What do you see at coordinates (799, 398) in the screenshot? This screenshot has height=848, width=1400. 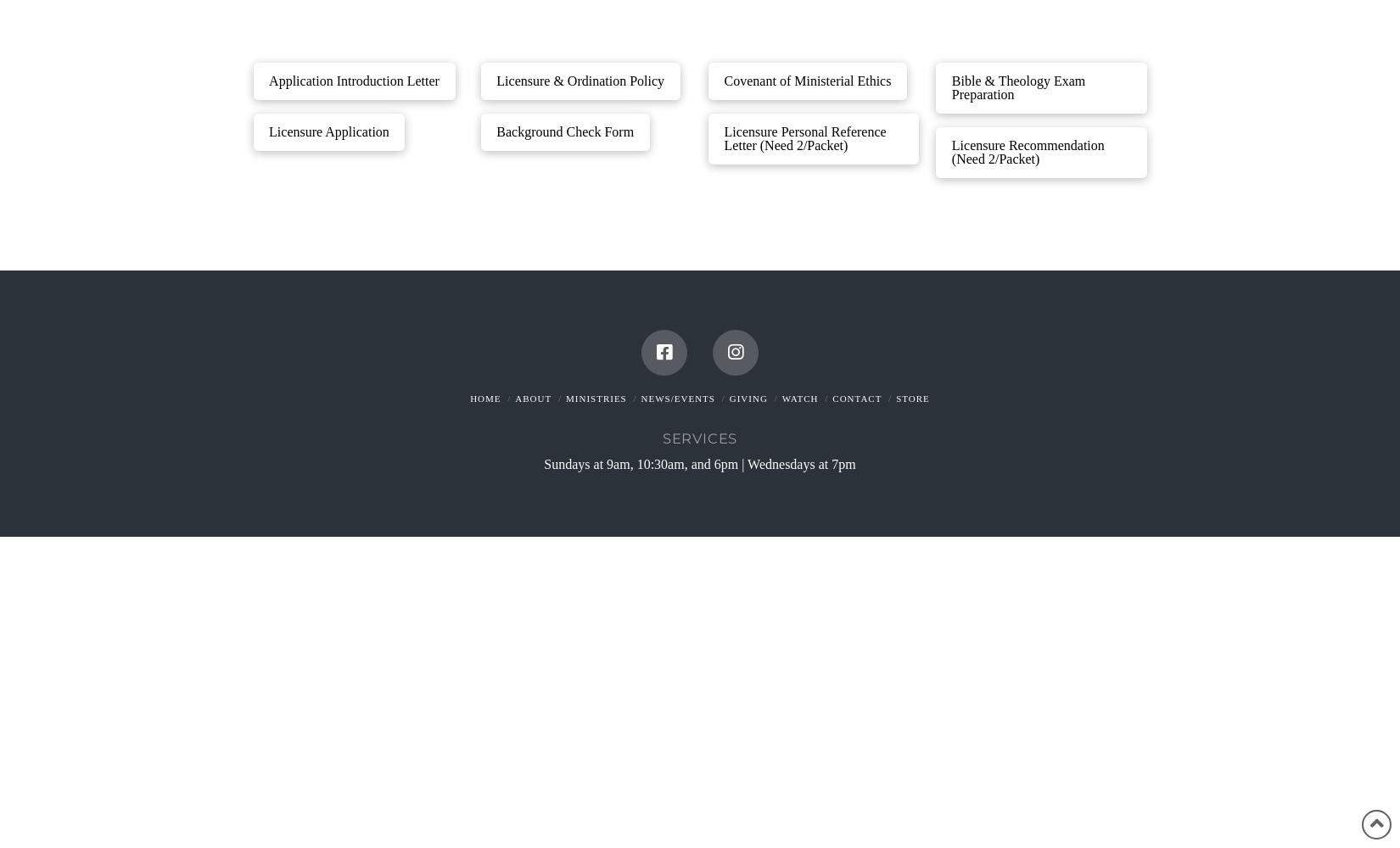 I see `'Watch'` at bounding box center [799, 398].